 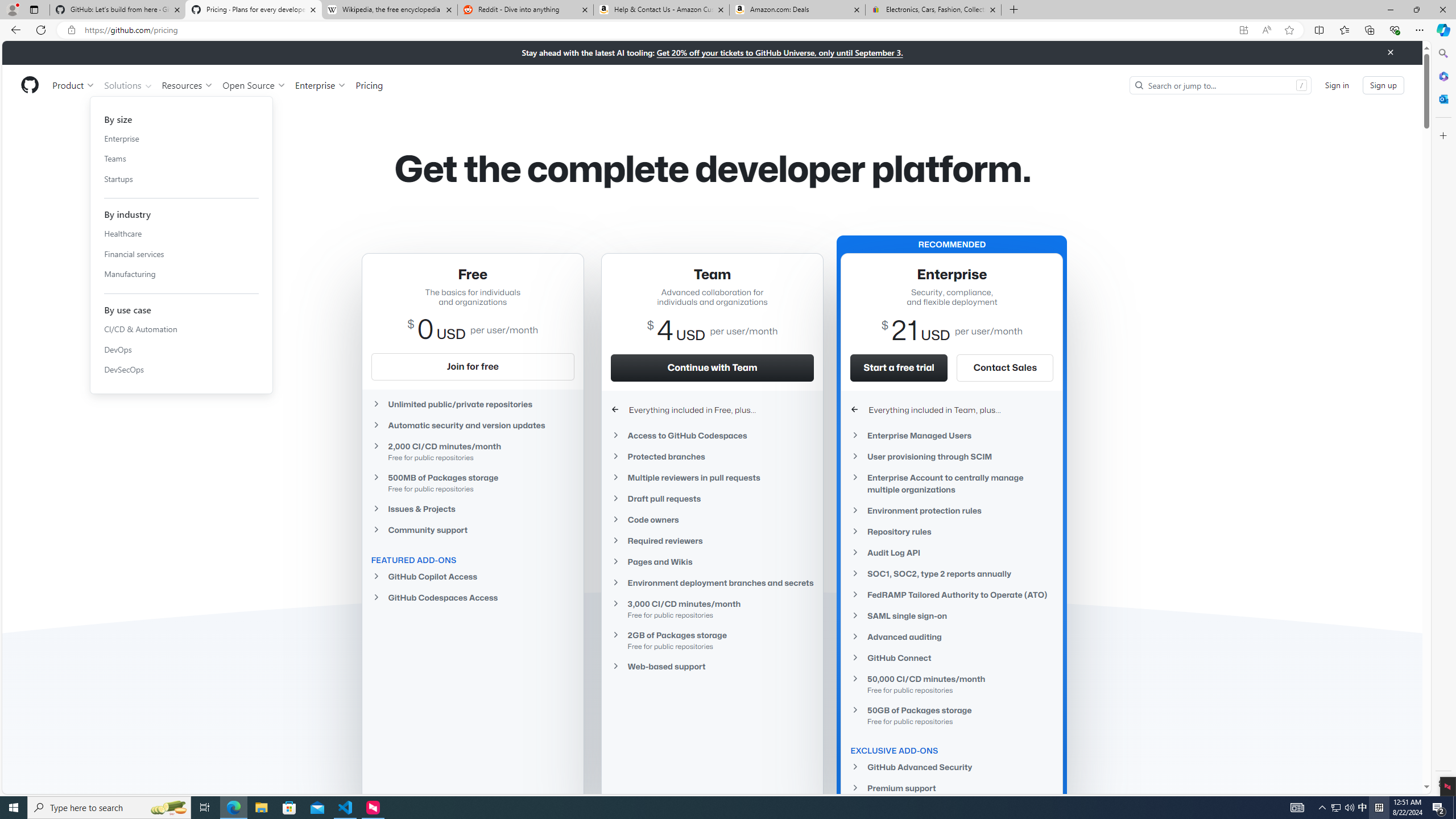 What do you see at coordinates (952, 456) in the screenshot?
I see `'User provisioning through SCIM'` at bounding box center [952, 456].